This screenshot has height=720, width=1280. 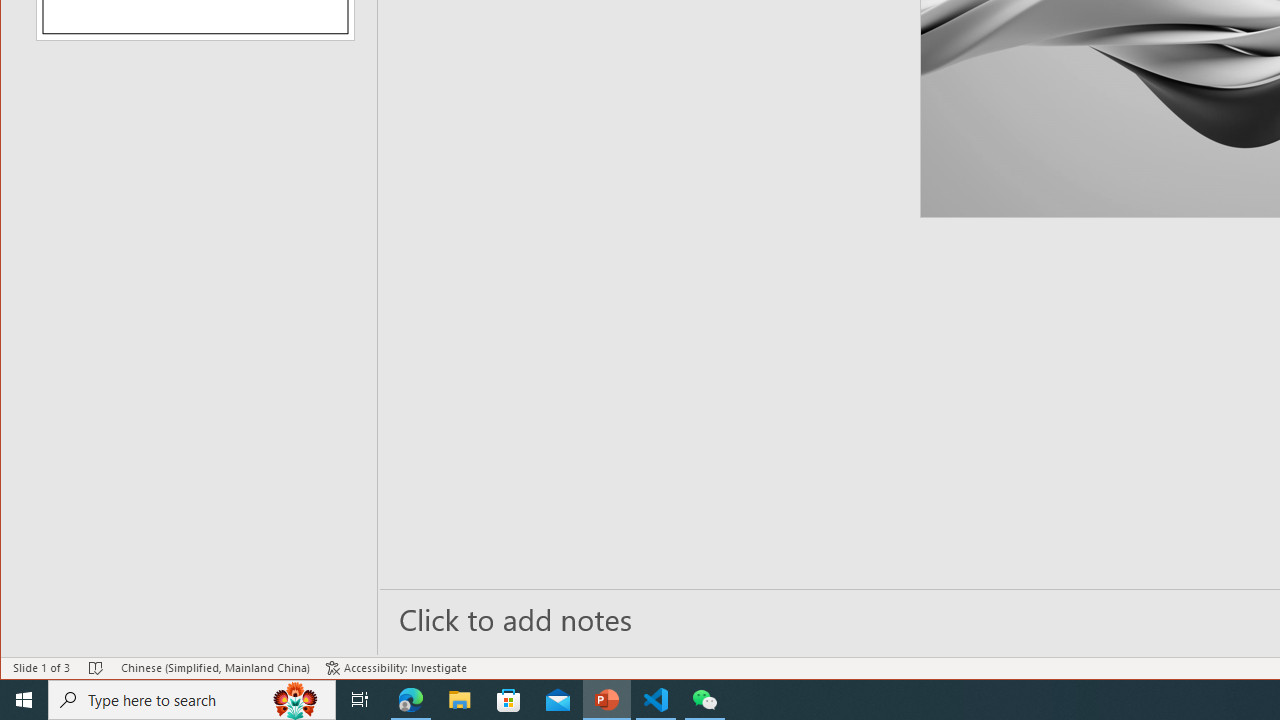 What do you see at coordinates (705, 698) in the screenshot?
I see `'WeChat - 1 running window'` at bounding box center [705, 698].